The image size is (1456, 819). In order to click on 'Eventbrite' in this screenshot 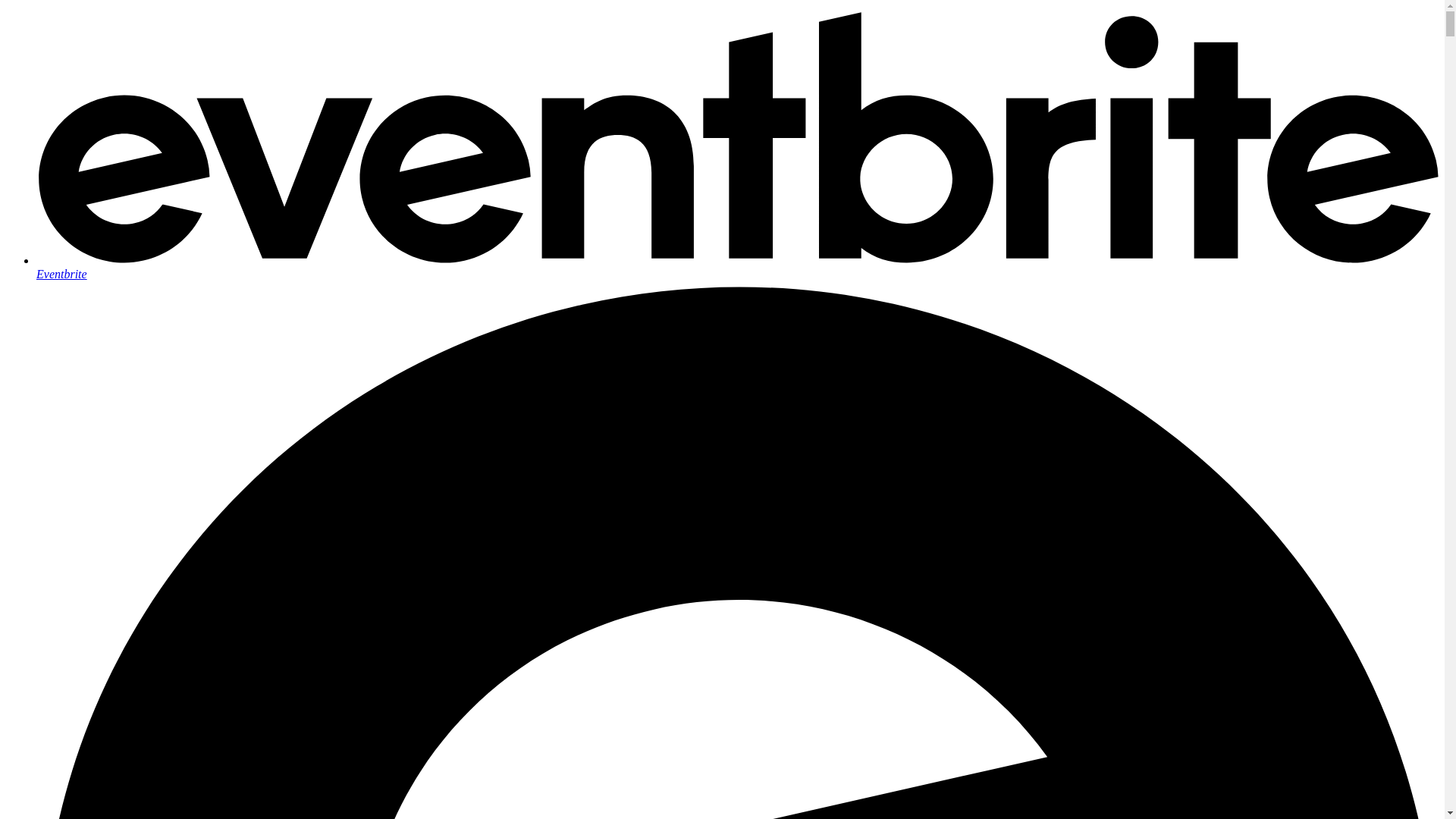, I will do `click(737, 266)`.